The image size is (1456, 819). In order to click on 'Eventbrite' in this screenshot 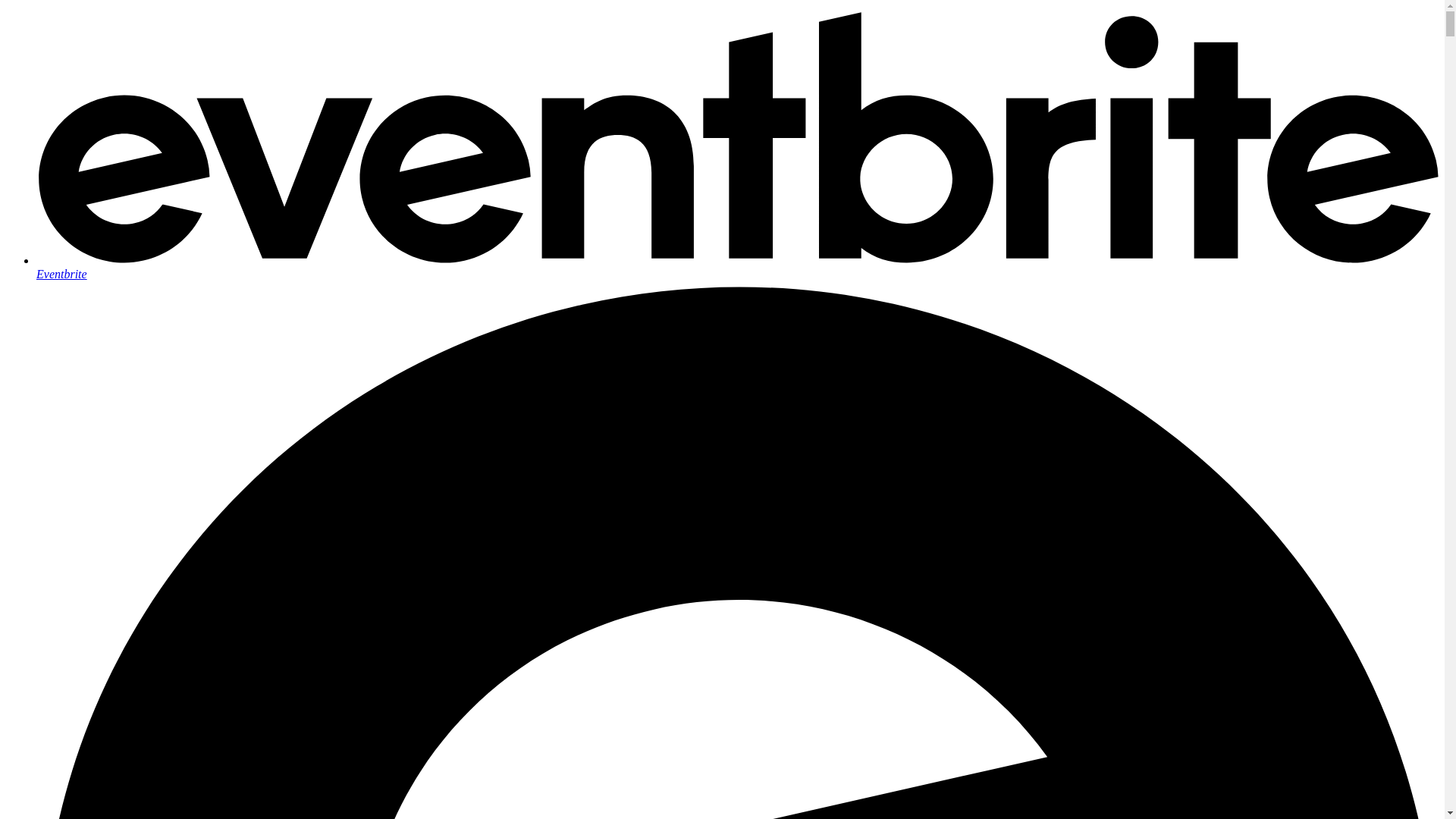, I will do `click(737, 266)`.